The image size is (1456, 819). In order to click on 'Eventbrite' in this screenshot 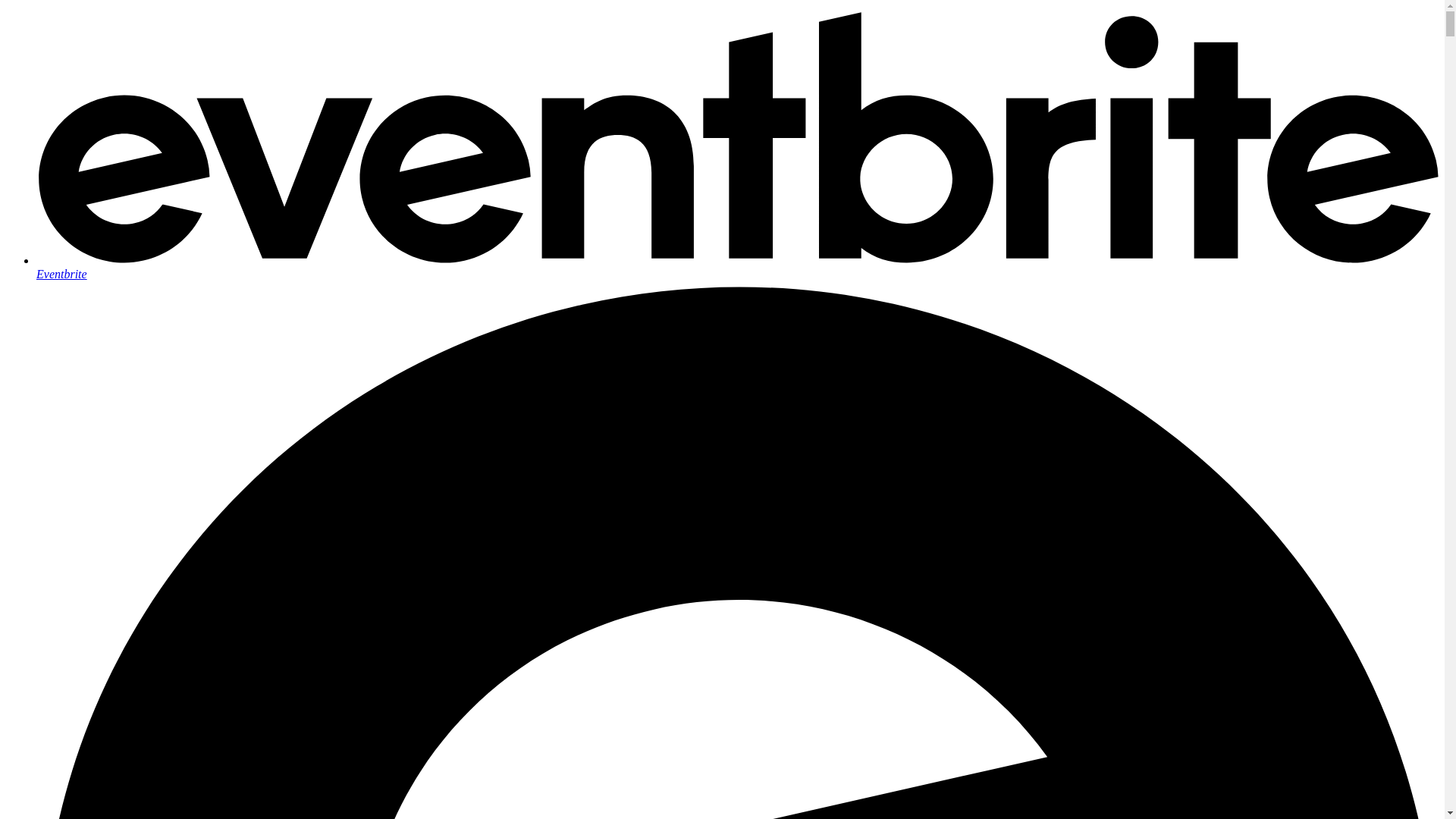, I will do `click(737, 266)`.